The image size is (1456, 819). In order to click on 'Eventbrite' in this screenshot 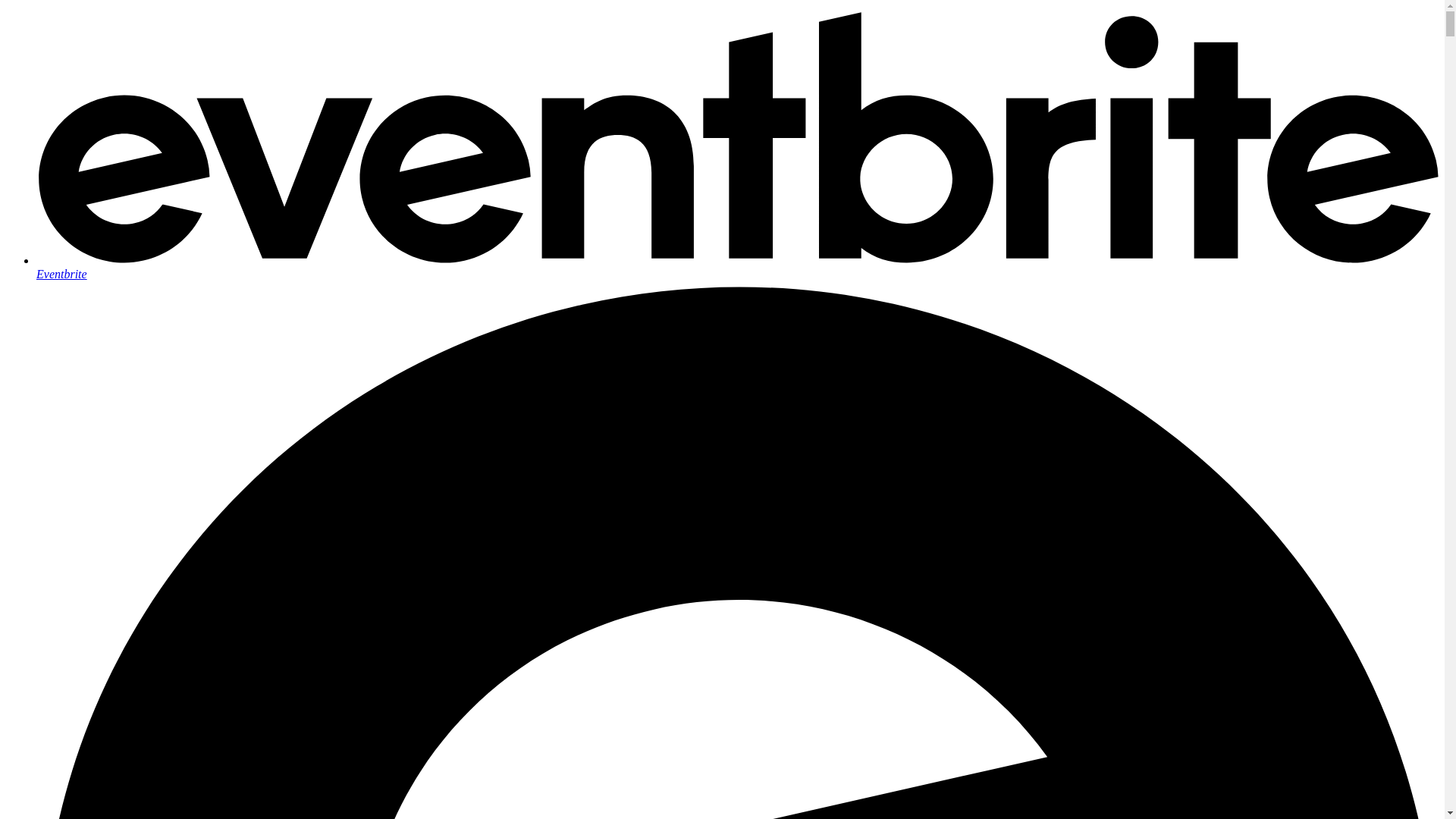, I will do `click(737, 266)`.